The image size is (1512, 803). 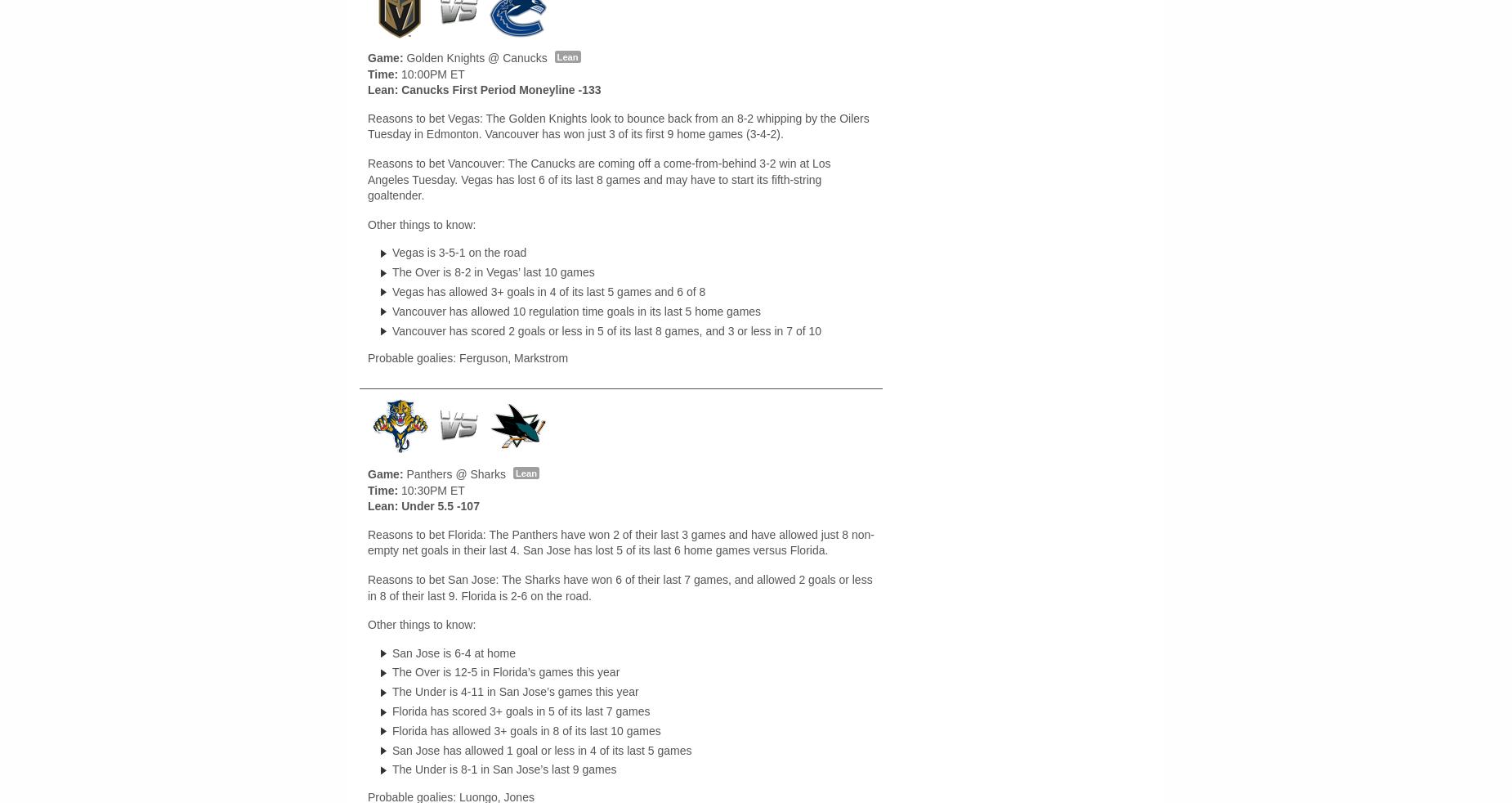 I want to click on 'The Over is 12-5 in Florida’s games this year', so click(x=506, y=672).